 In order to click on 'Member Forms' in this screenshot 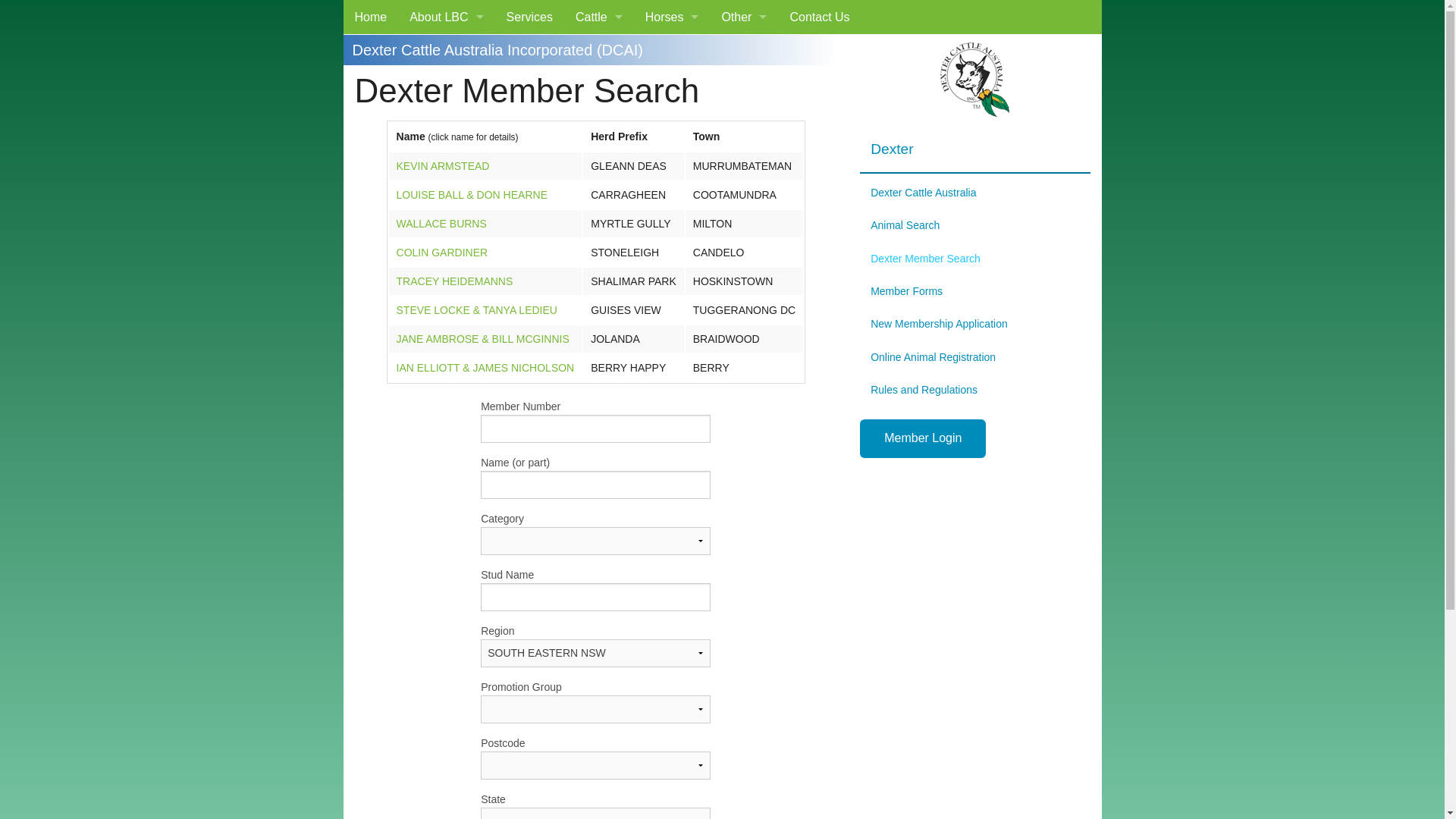, I will do `click(859, 291)`.